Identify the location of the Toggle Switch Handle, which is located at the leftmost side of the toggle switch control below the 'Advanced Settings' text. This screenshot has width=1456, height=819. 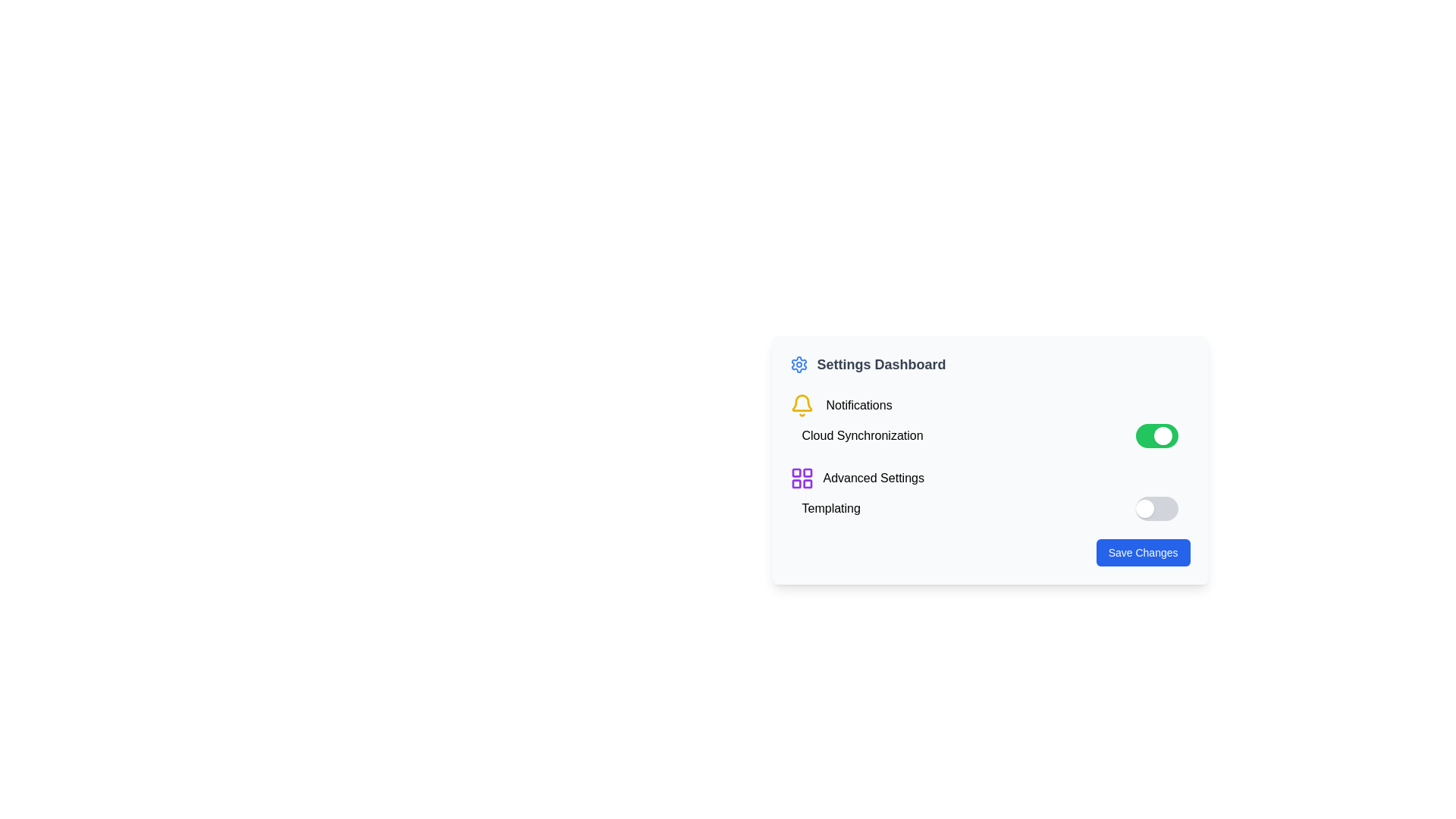
(1144, 509).